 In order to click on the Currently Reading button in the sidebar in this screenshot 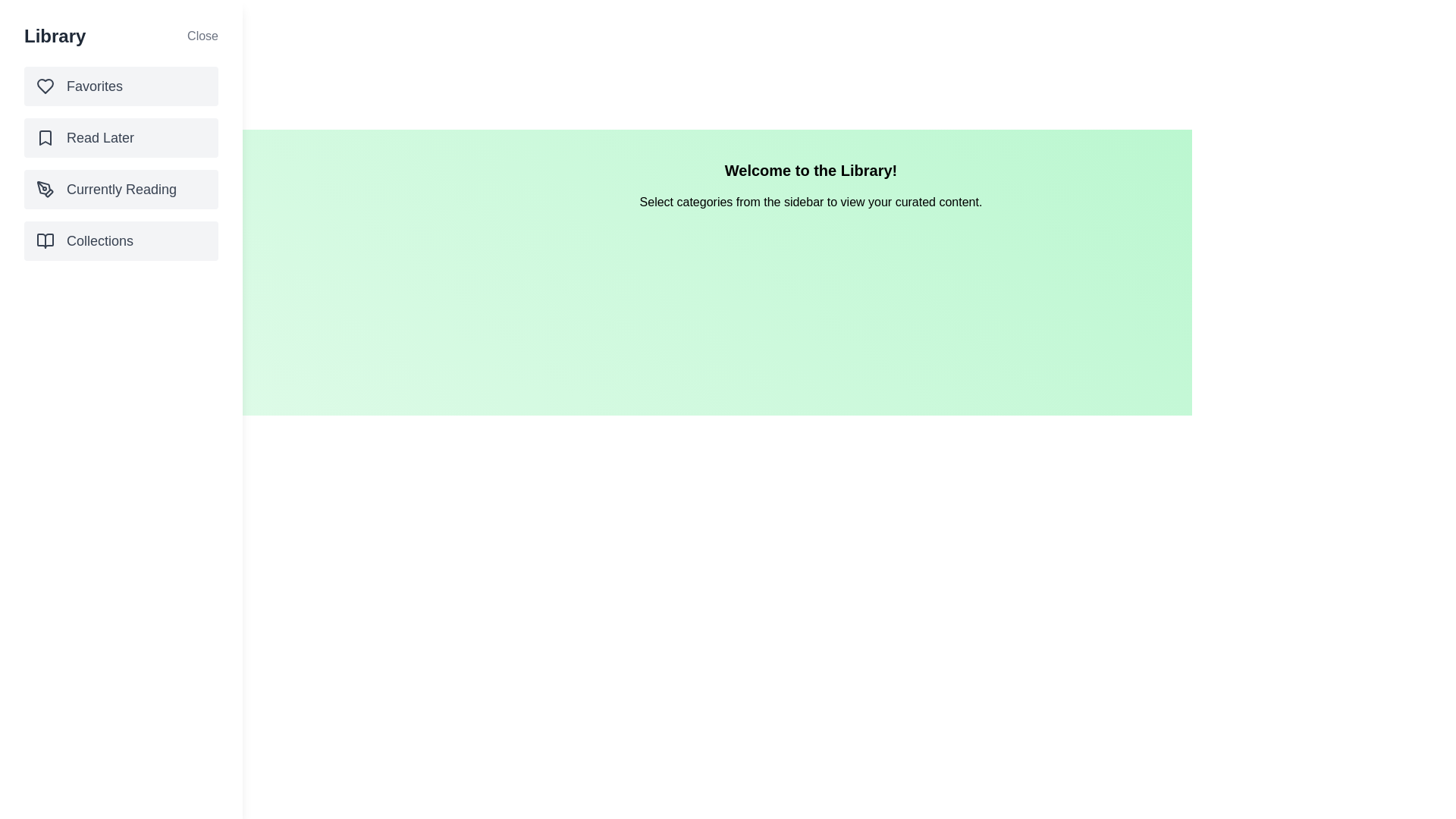, I will do `click(120, 189)`.